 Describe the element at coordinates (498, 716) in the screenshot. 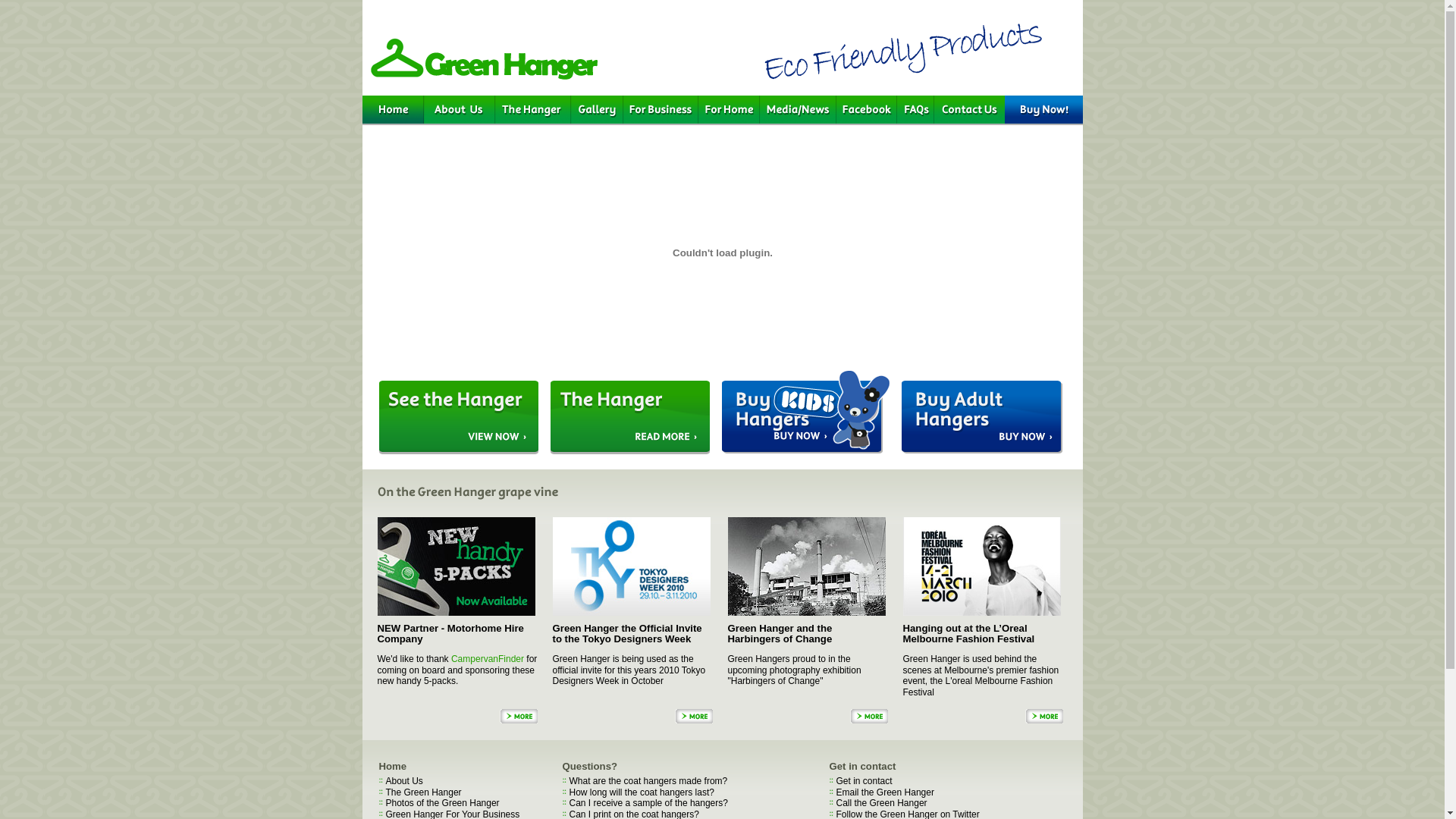

I see `'More'` at that location.